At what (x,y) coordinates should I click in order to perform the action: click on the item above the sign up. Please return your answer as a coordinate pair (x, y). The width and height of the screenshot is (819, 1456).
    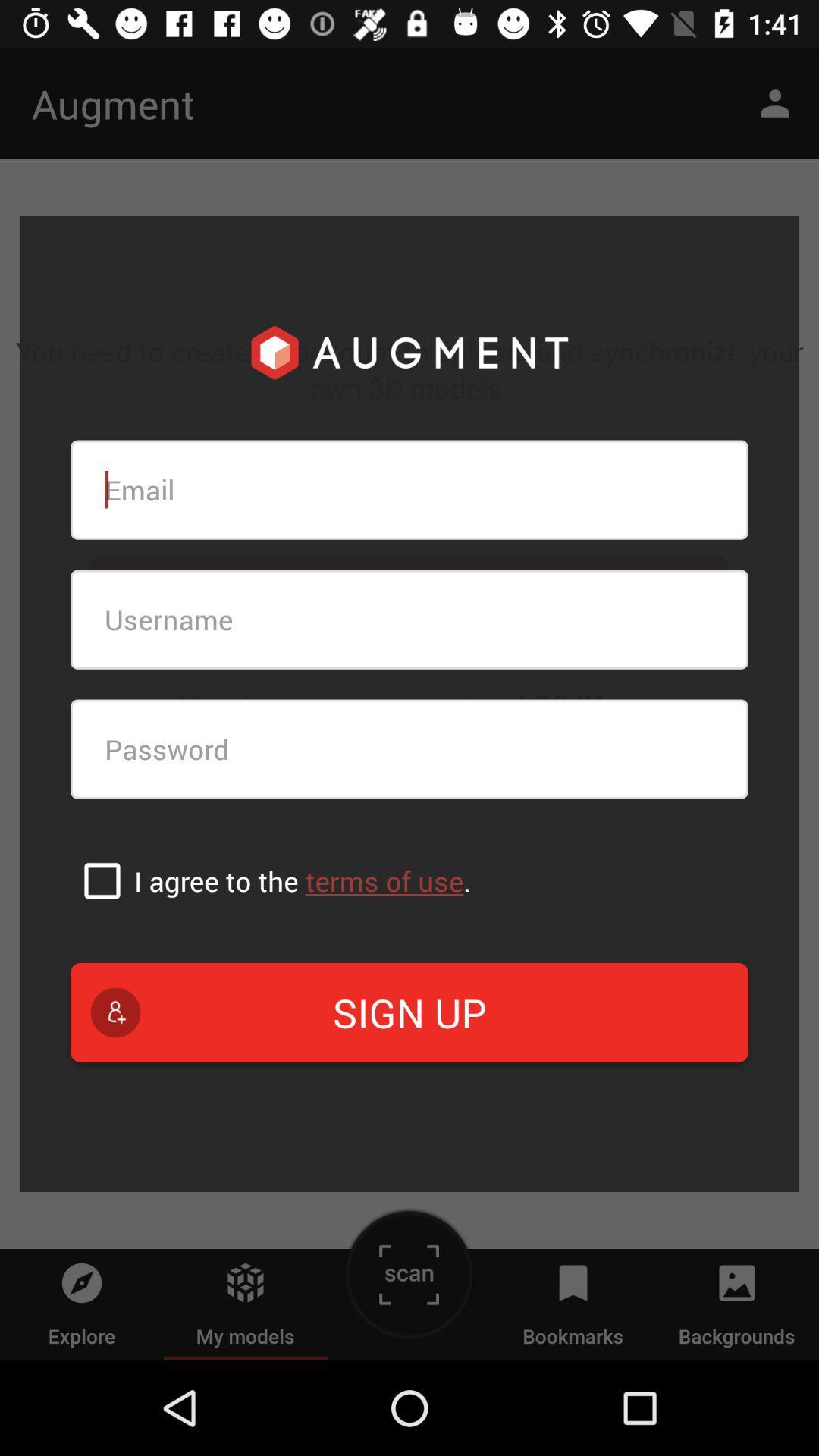
    Looking at the image, I should click on (302, 880).